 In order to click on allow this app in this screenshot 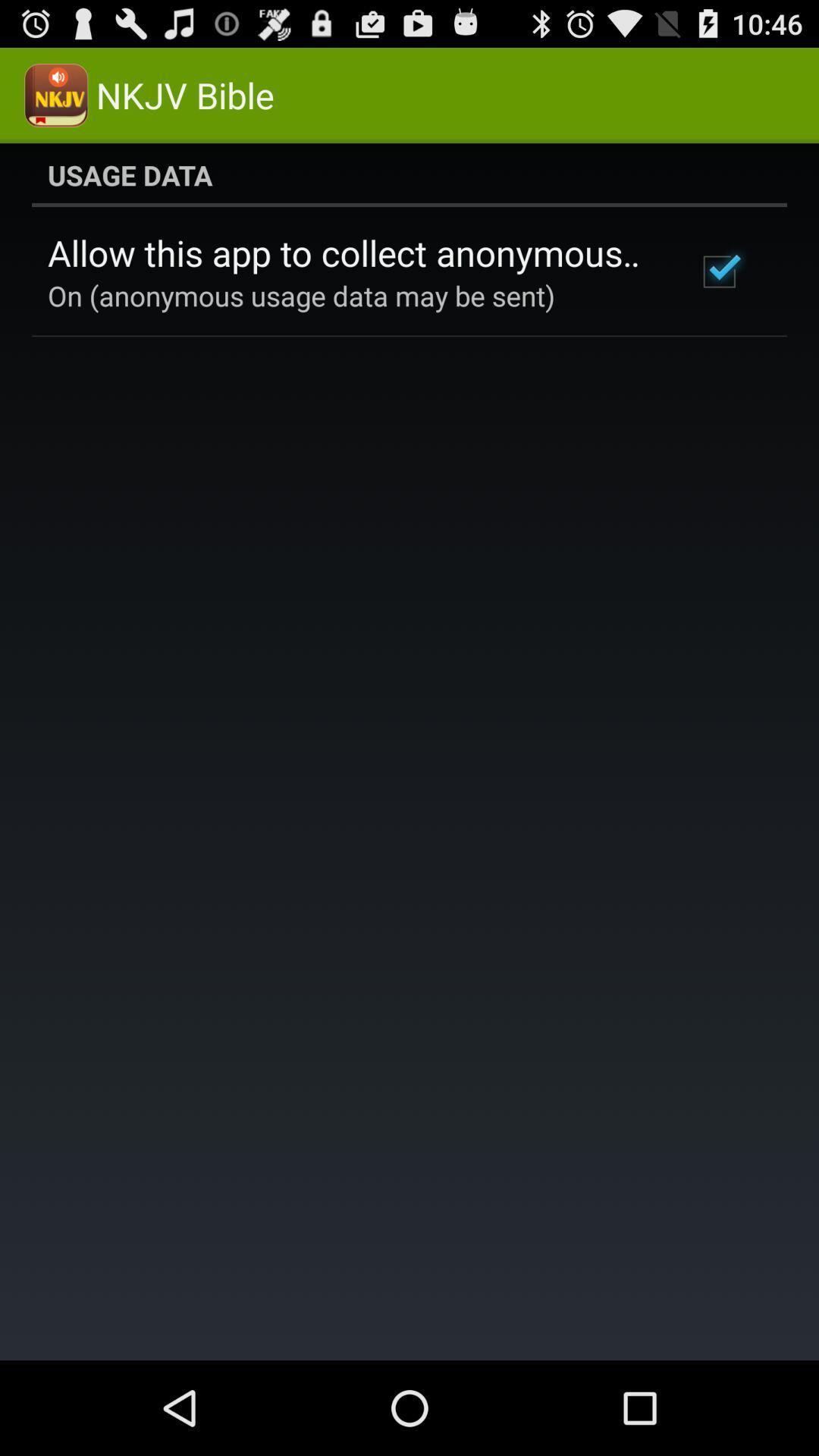, I will do `click(351, 253)`.